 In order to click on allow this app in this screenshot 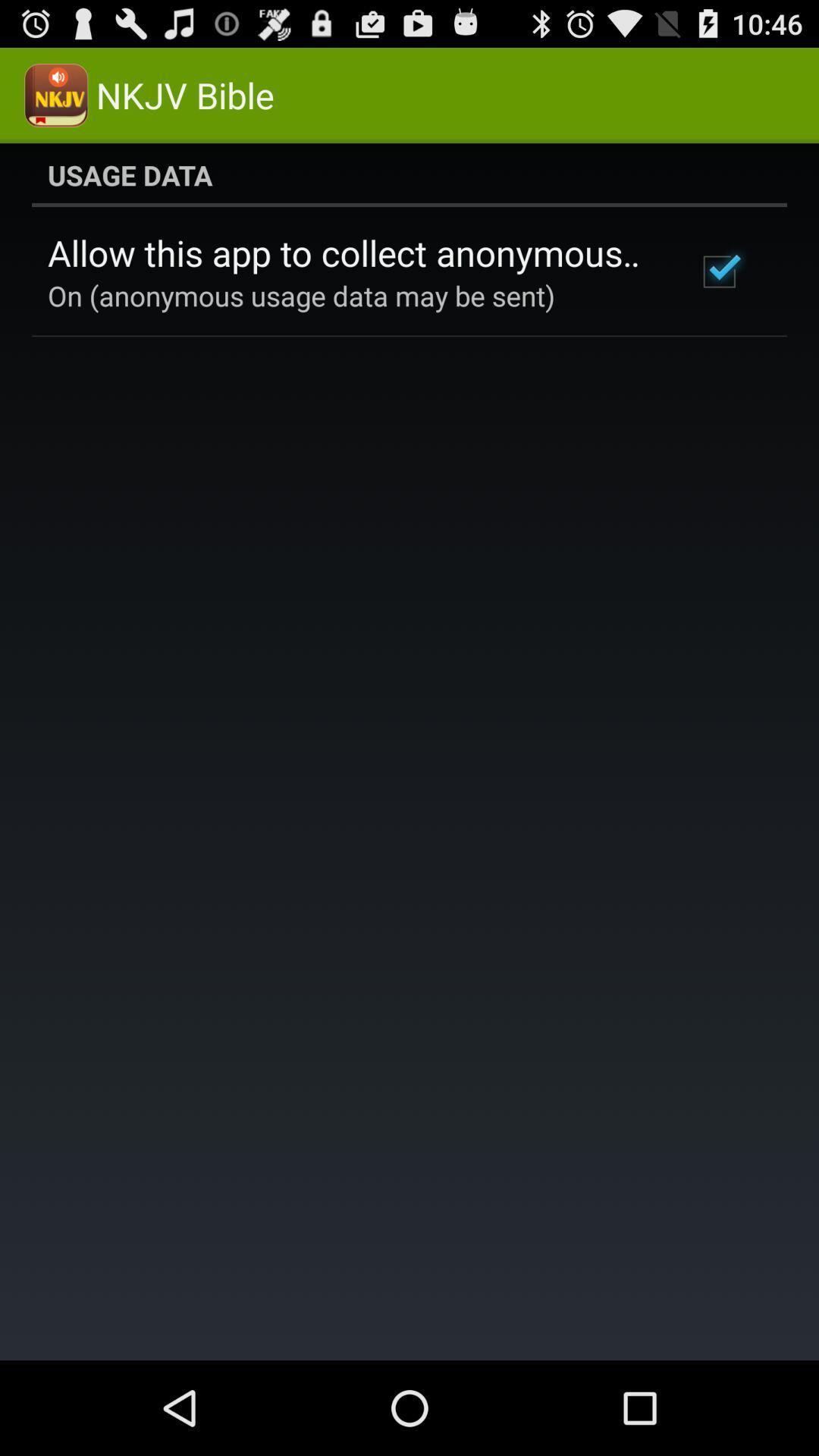, I will do `click(351, 253)`.